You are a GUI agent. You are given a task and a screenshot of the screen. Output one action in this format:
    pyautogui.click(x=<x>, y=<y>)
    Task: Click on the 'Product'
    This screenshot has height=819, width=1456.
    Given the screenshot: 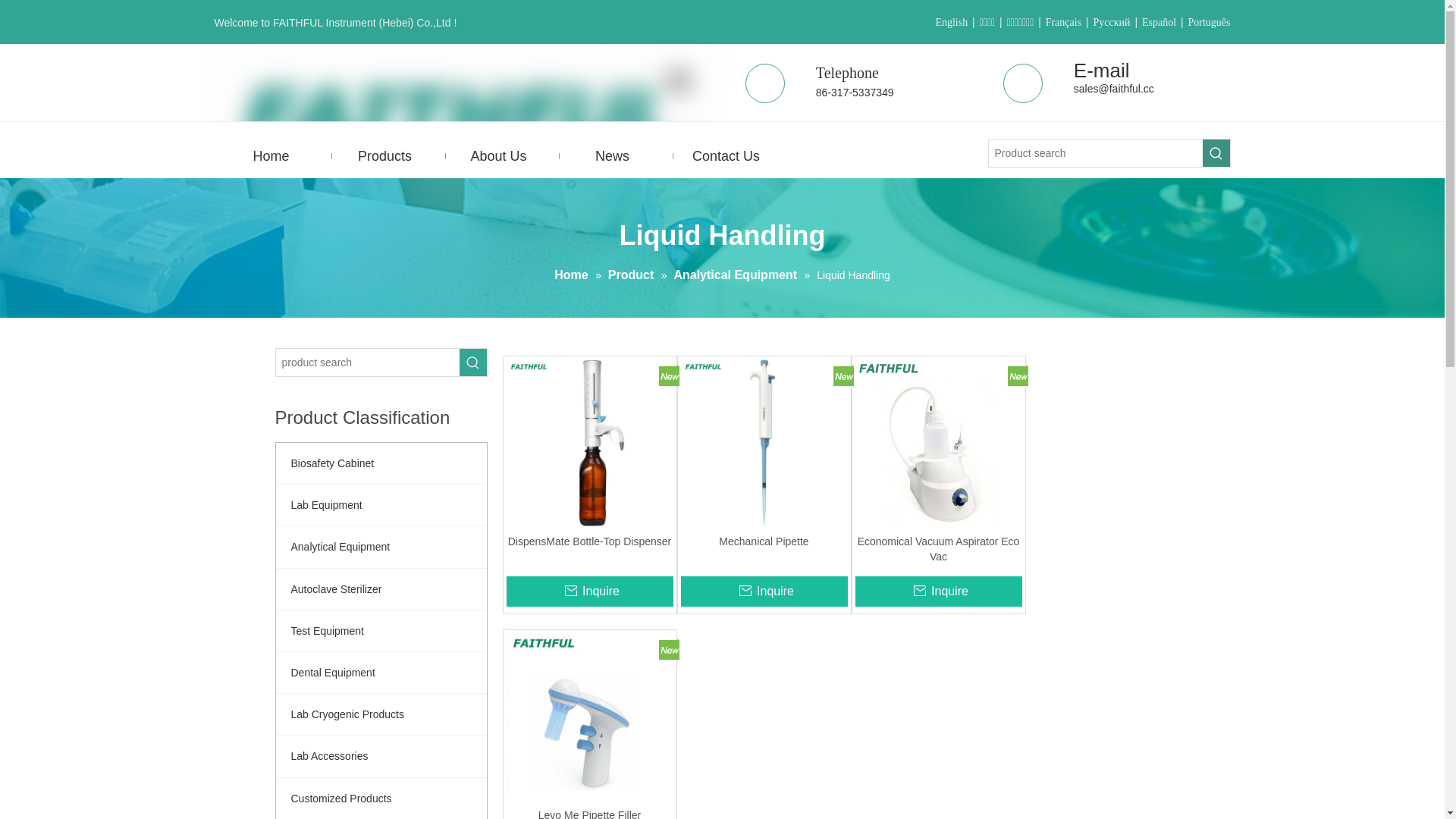 What is the action you would take?
    pyautogui.click(x=632, y=275)
    